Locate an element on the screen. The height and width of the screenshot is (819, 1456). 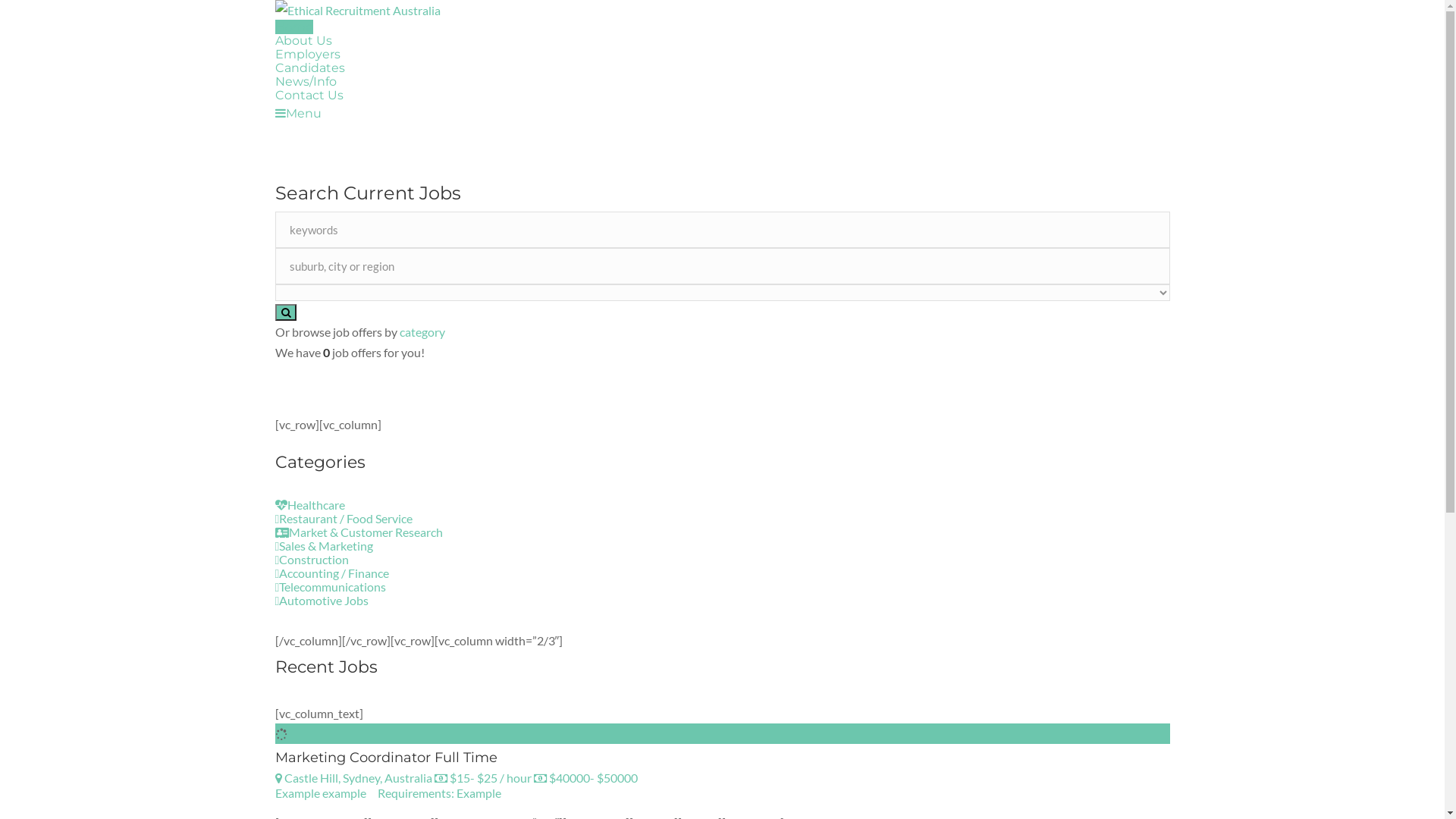
'Market & Customer Research' is located at coordinates (274, 531).